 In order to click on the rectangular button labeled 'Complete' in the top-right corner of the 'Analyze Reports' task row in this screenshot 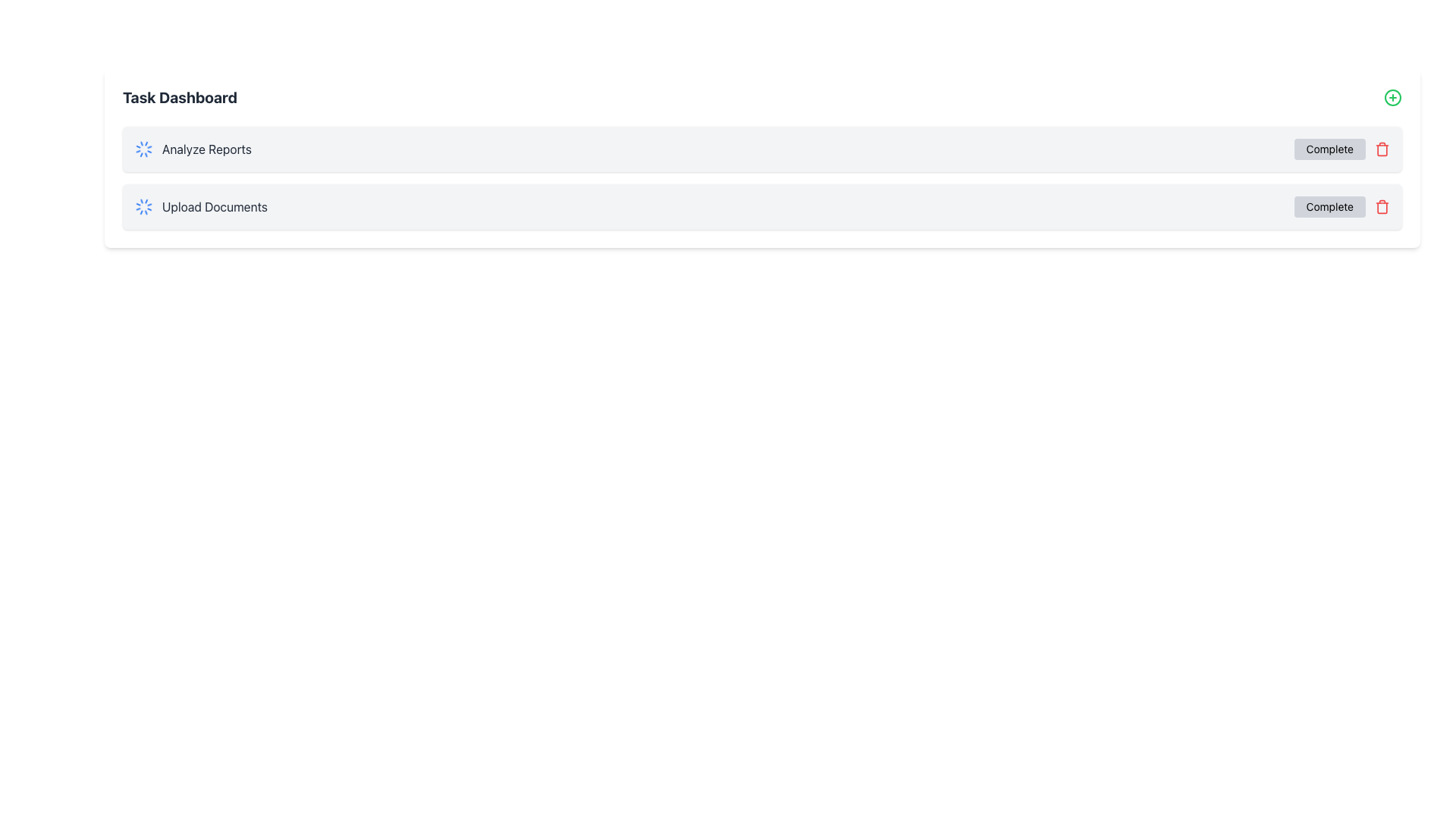, I will do `click(1329, 149)`.